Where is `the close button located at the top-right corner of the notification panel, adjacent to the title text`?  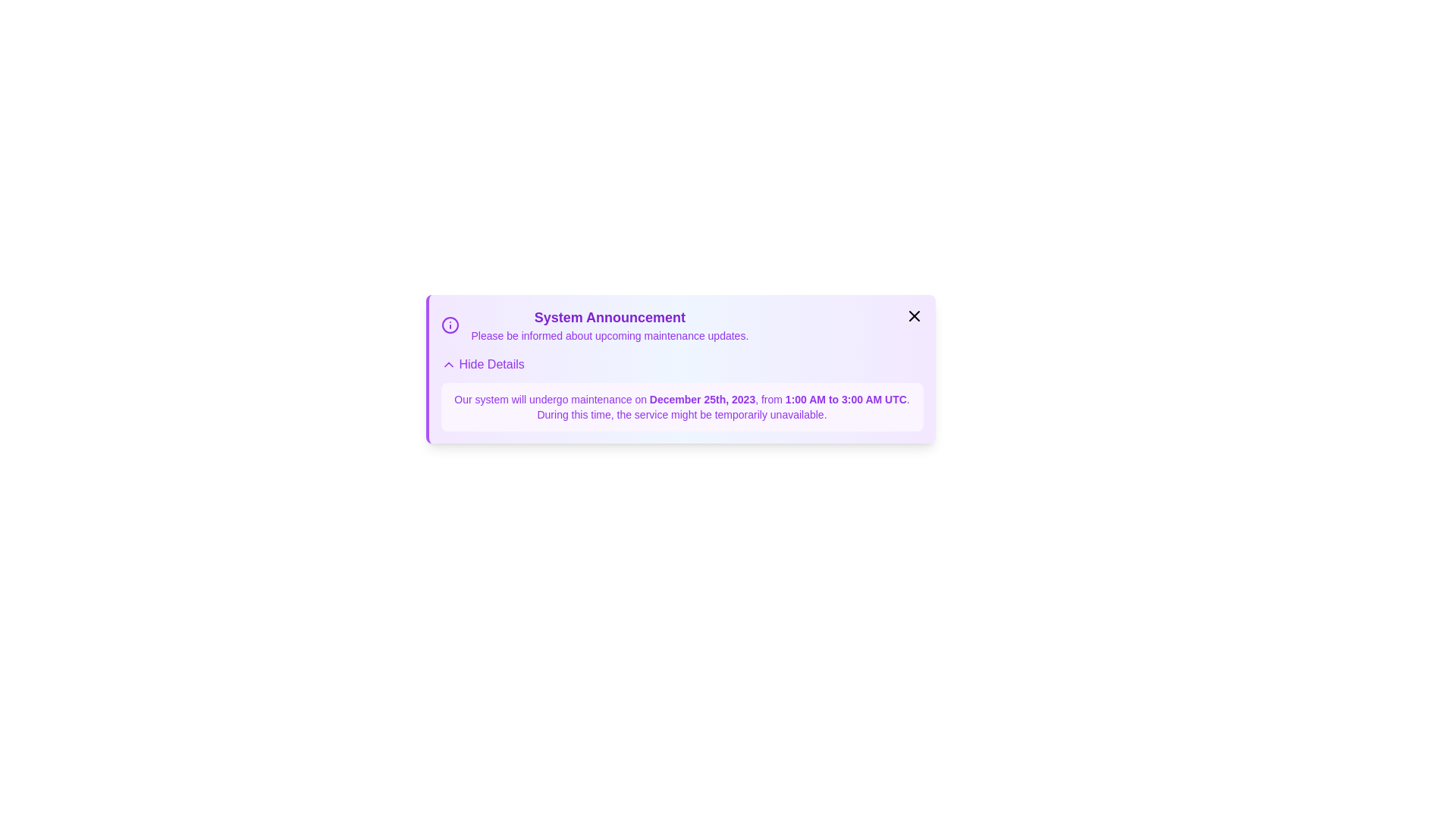
the close button located at the top-right corner of the notification panel, adjacent to the title text is located at coordinates (913, 315).